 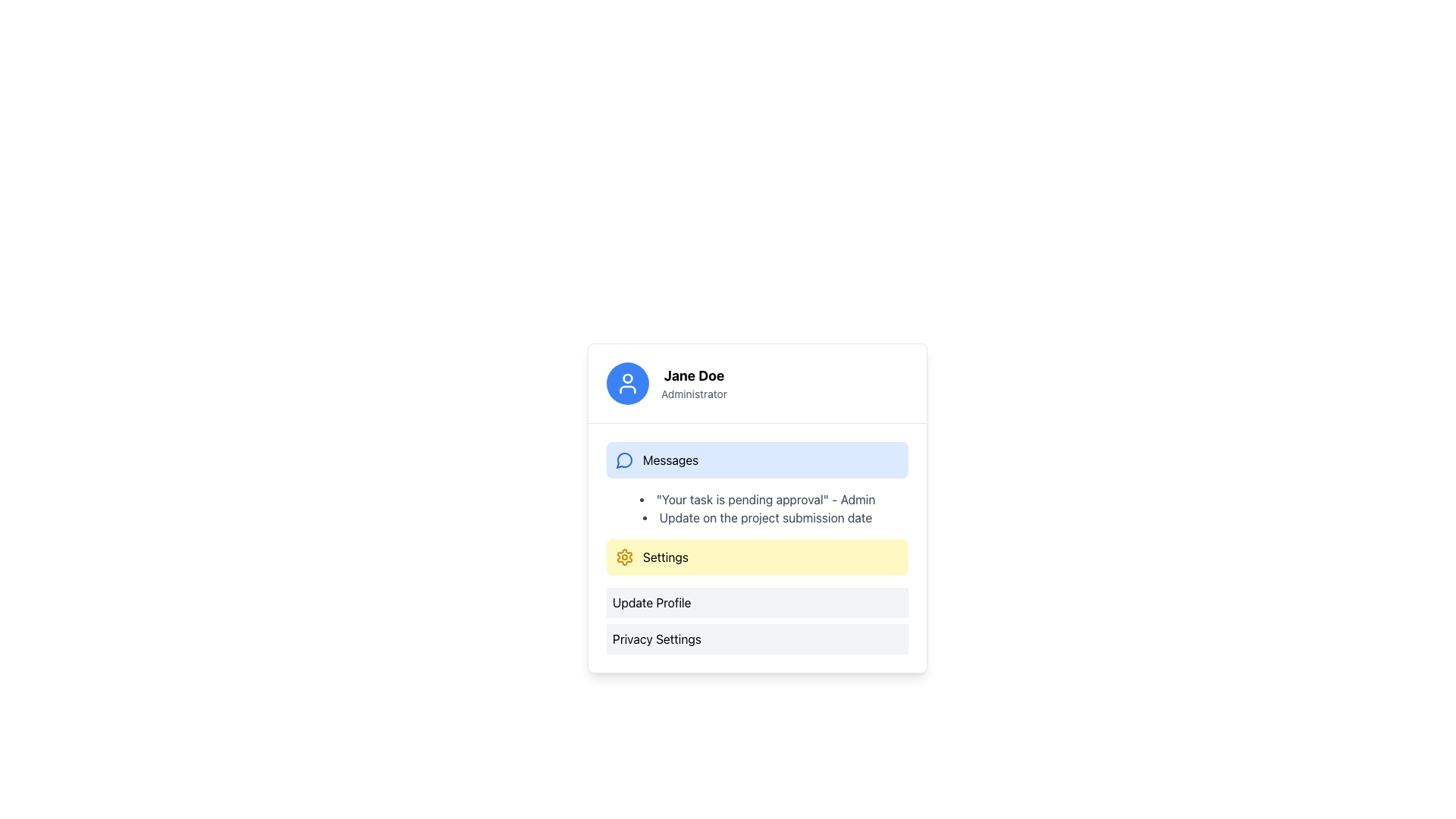 What do you see at coordinates (757, 509) in the screenshot?
I see `the notification messages Text Block located below the 'Messages' section and above the 'Settings' button in the central panel` at bounding box center [757, 509].